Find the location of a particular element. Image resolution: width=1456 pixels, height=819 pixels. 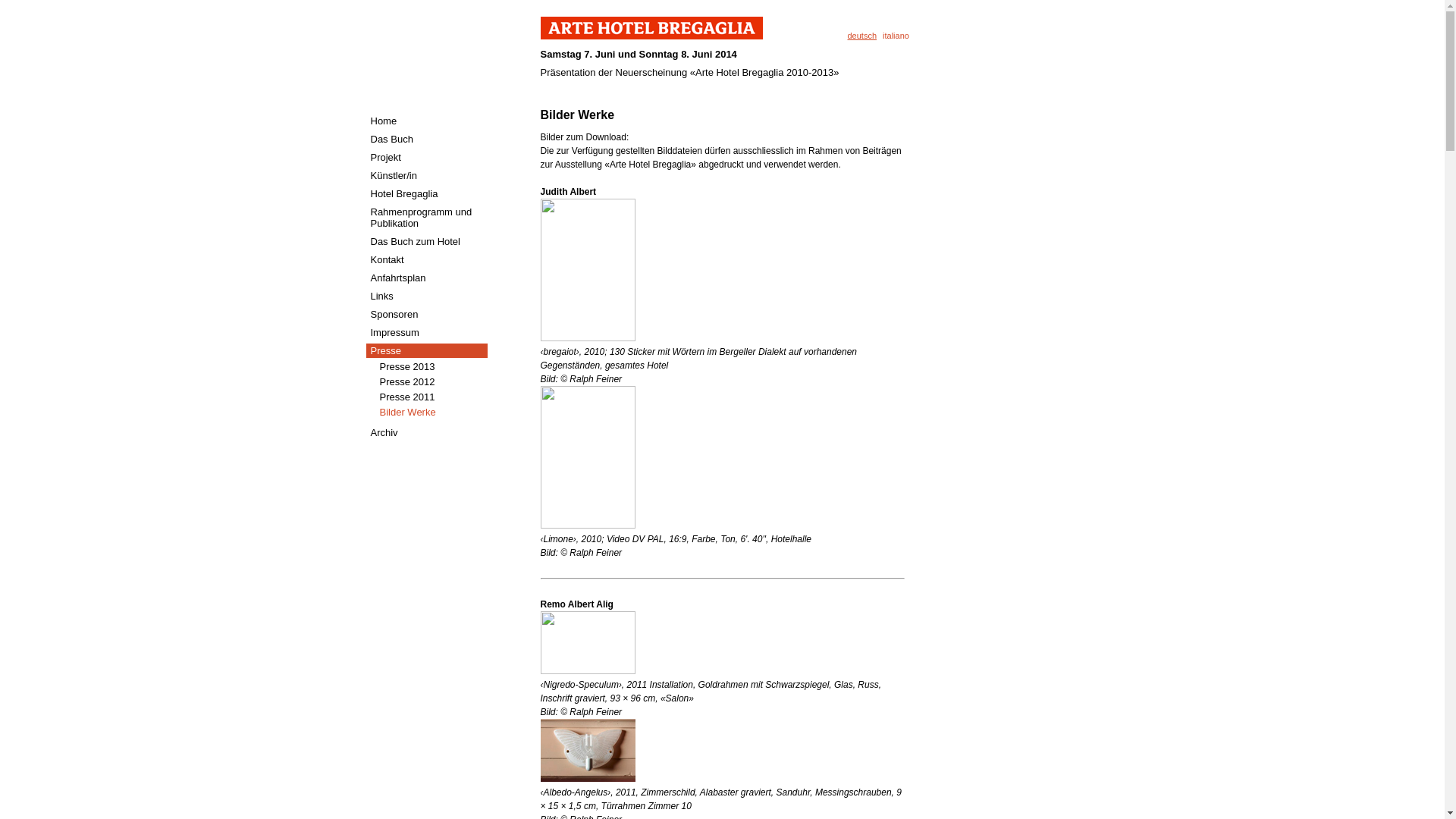

'Rahmenprogramm und Publikation' is located at coordinates (425, 217).